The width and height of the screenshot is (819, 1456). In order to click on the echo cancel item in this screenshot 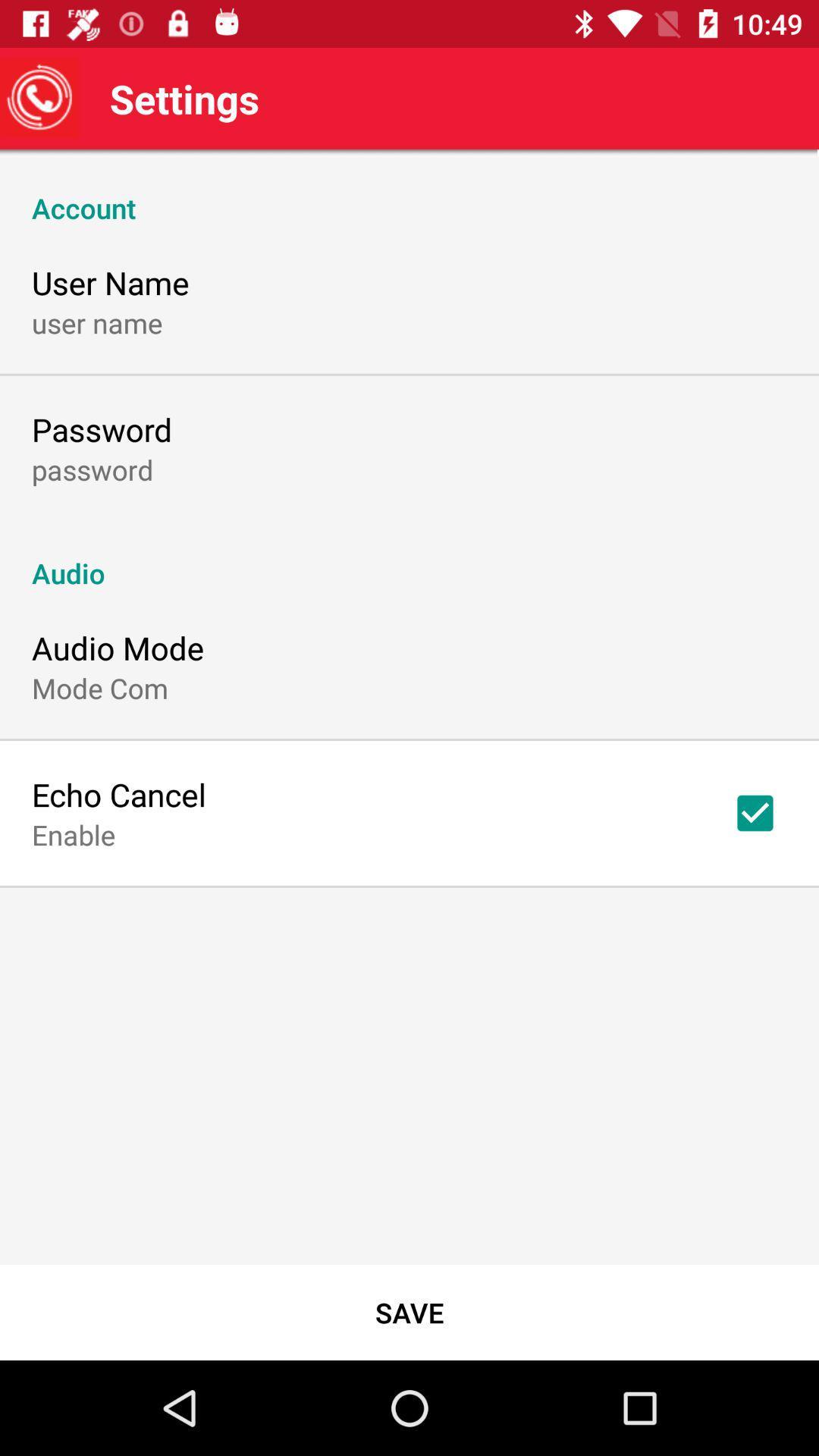, I will do `click(118, 793)`.